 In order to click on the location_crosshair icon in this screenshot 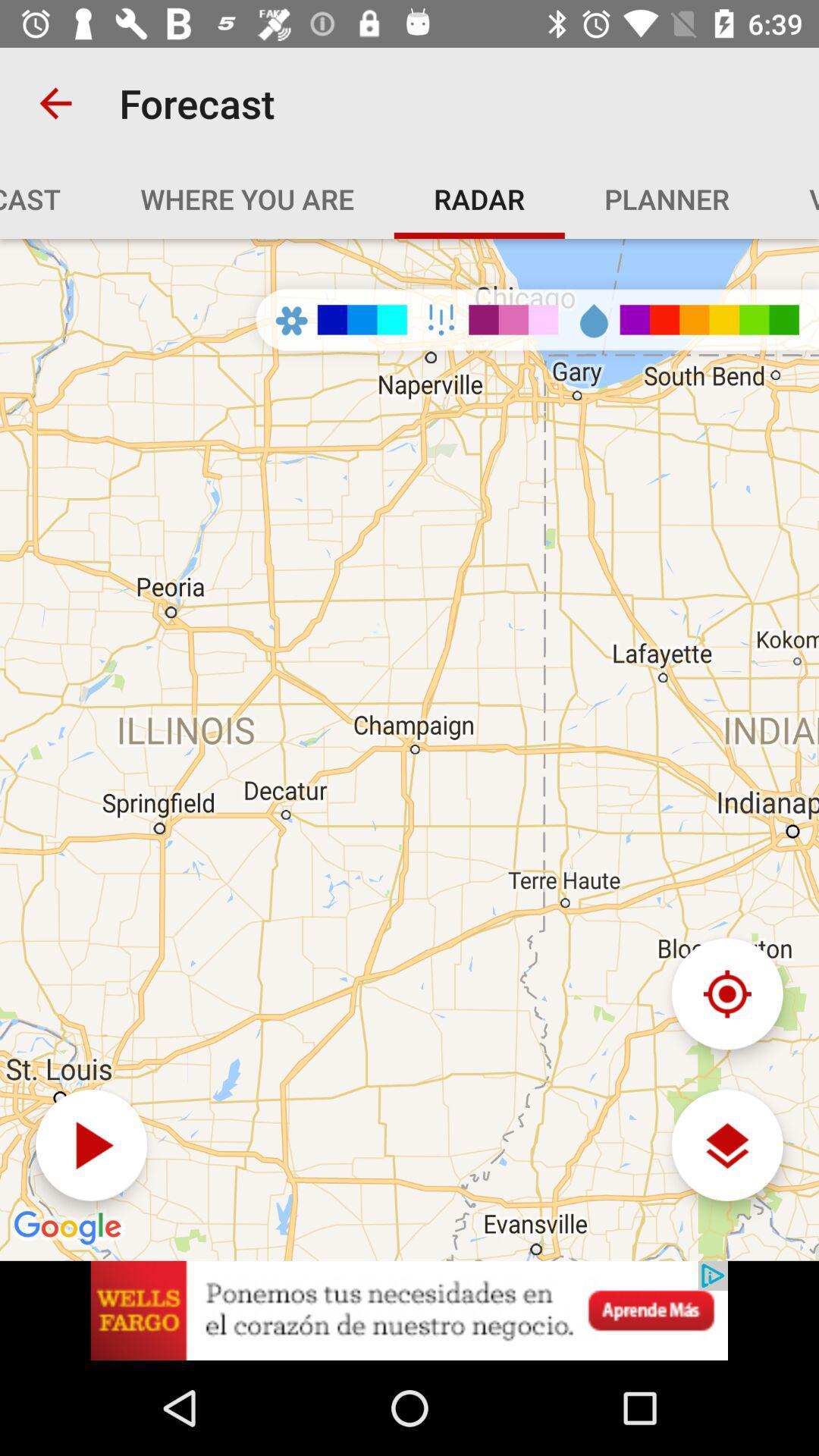, I will do `click(726, 993)`.